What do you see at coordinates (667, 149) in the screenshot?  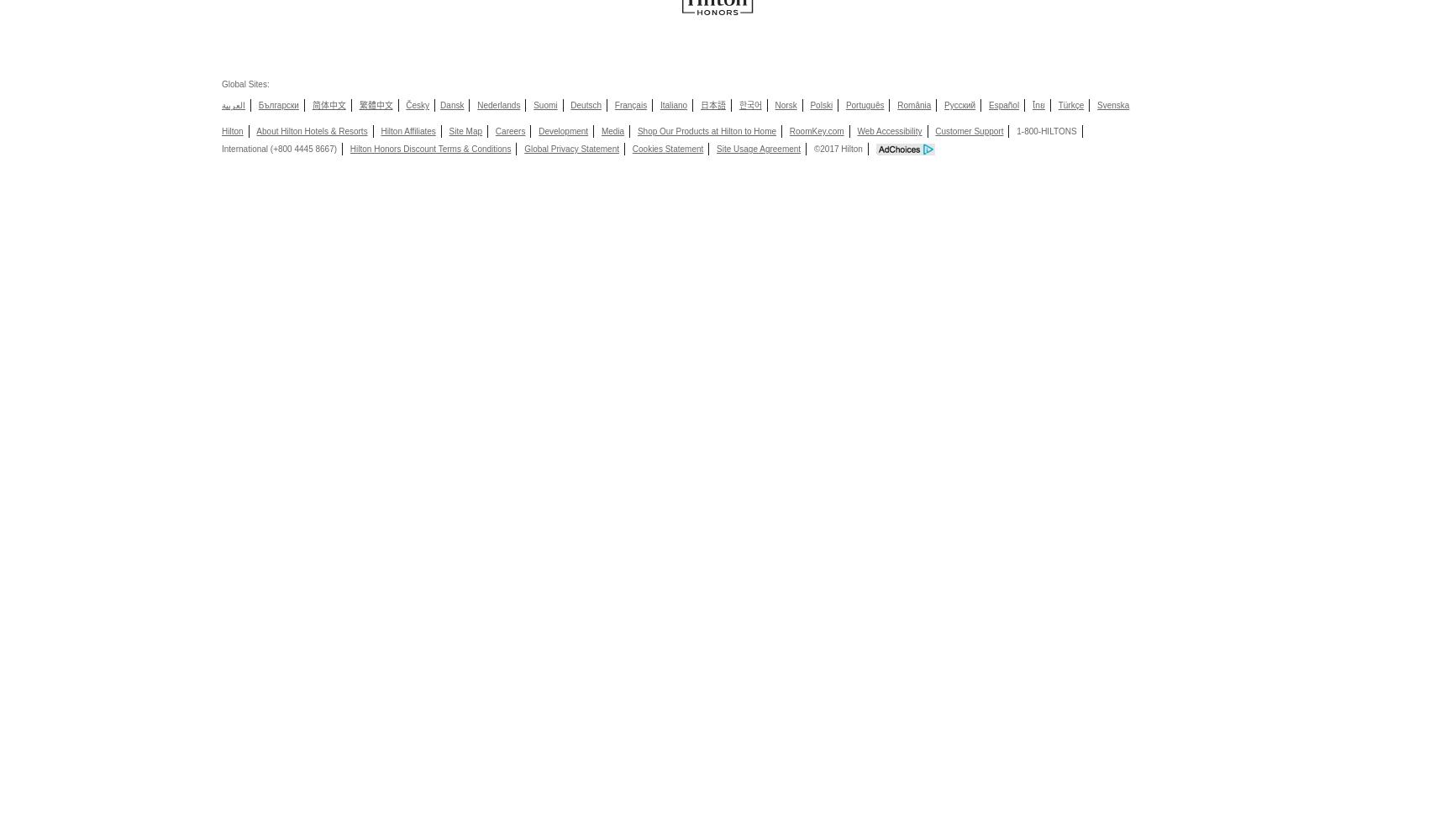 I see `'Cookies Statement'` at bounding box center [667, 149].